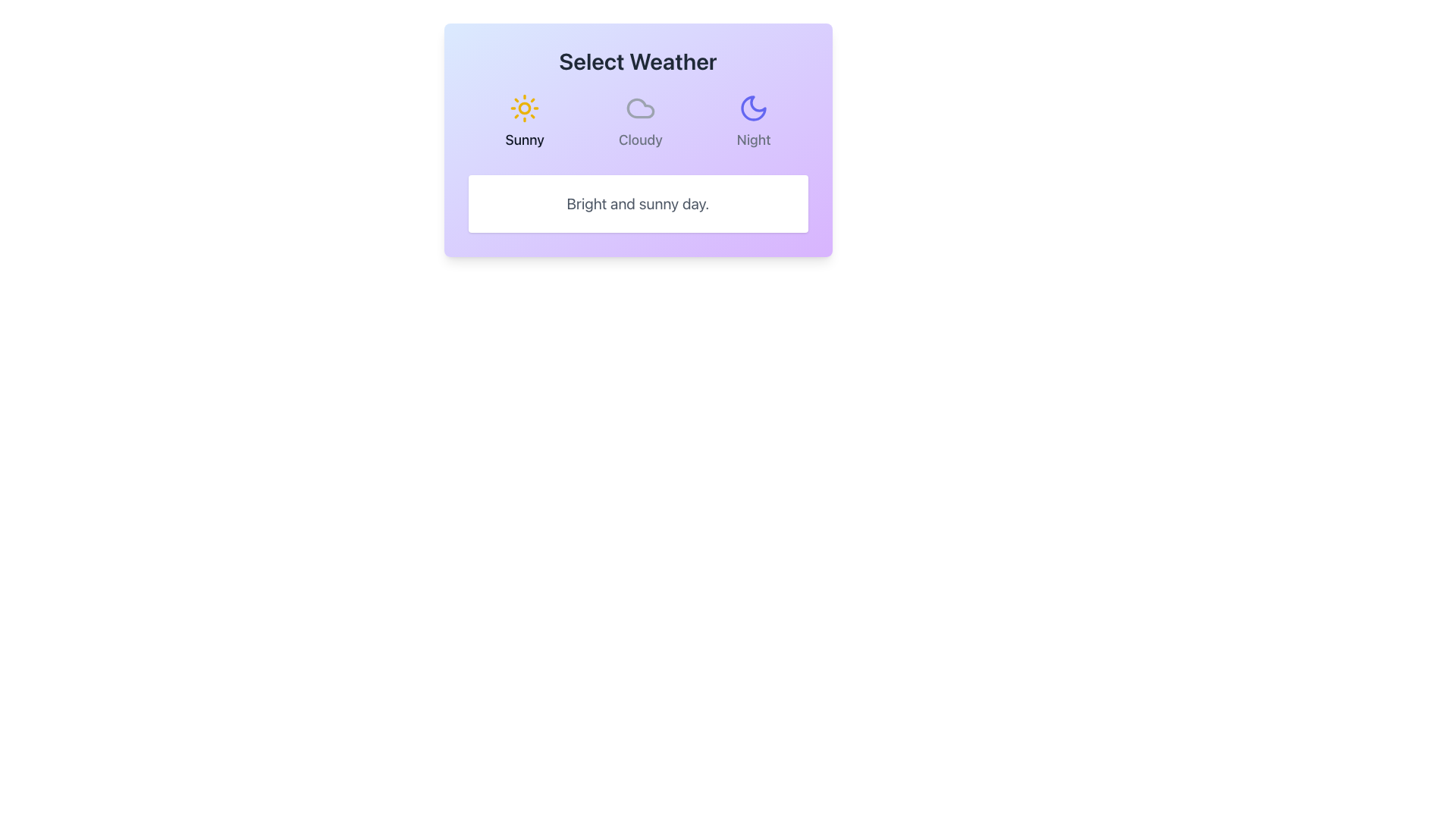  What do you see at coordinates (640, 107) in the screenshot?
I see `the gray-colored cloud icon that is located in the second column of a three-column grid, positioned under the 'Cloudy' caption` at bounding box center [640, 107].